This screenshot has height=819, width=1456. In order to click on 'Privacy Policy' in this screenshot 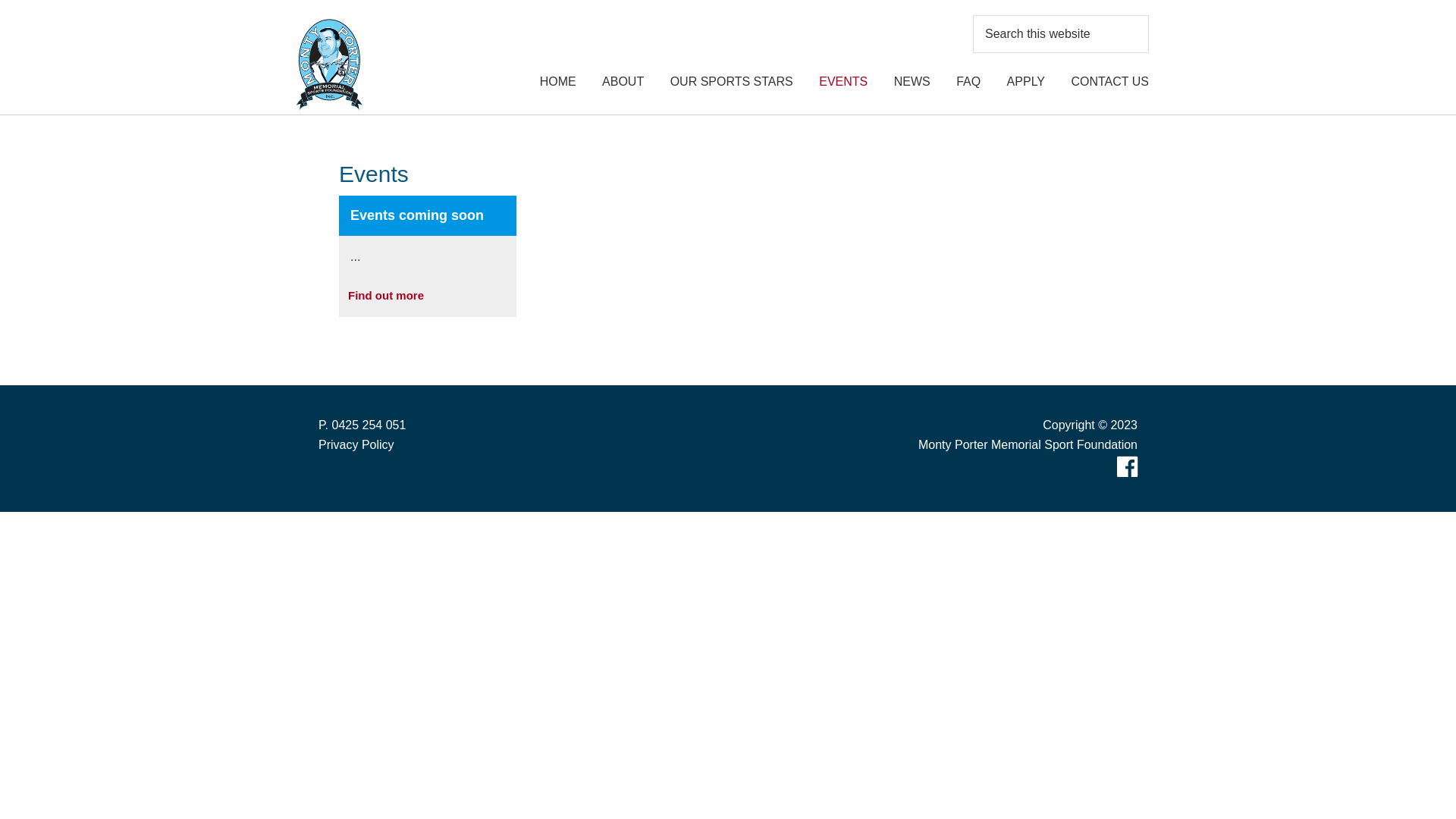, I will do `click(356, 444)`.